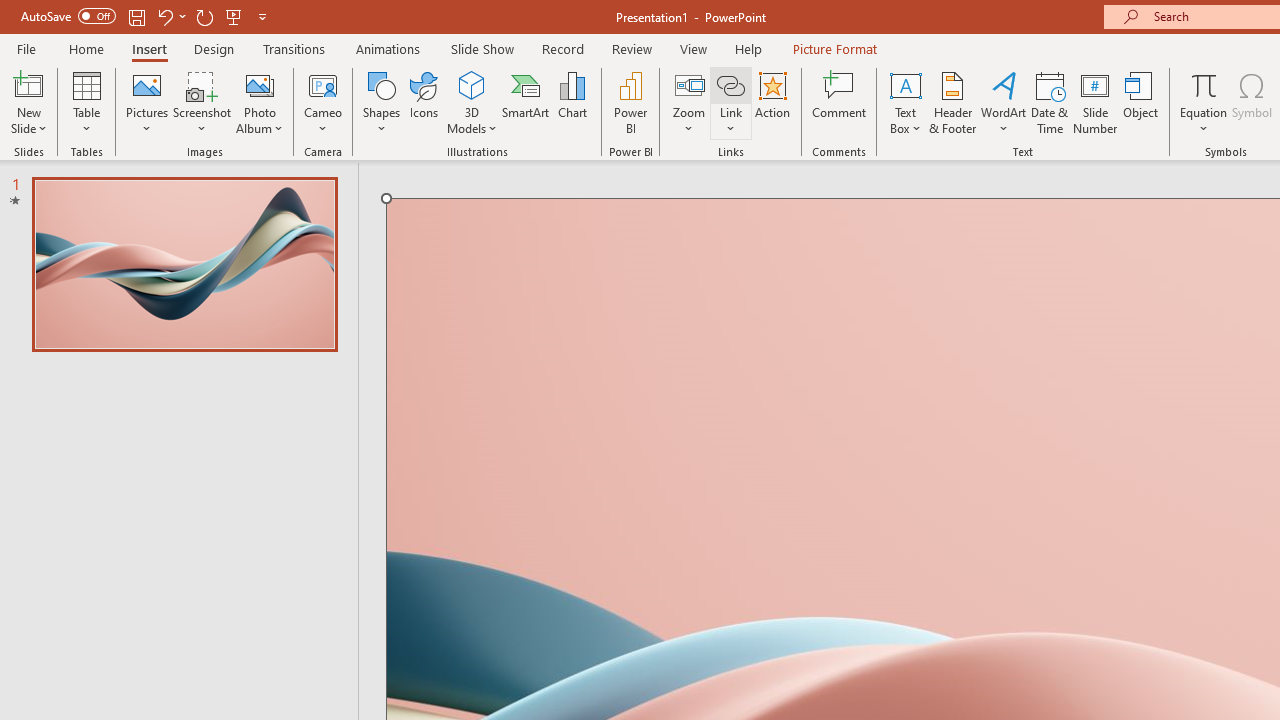  Describe the element at coordinates (730, 84) in the screenshot. I see `'Link'` at that location.